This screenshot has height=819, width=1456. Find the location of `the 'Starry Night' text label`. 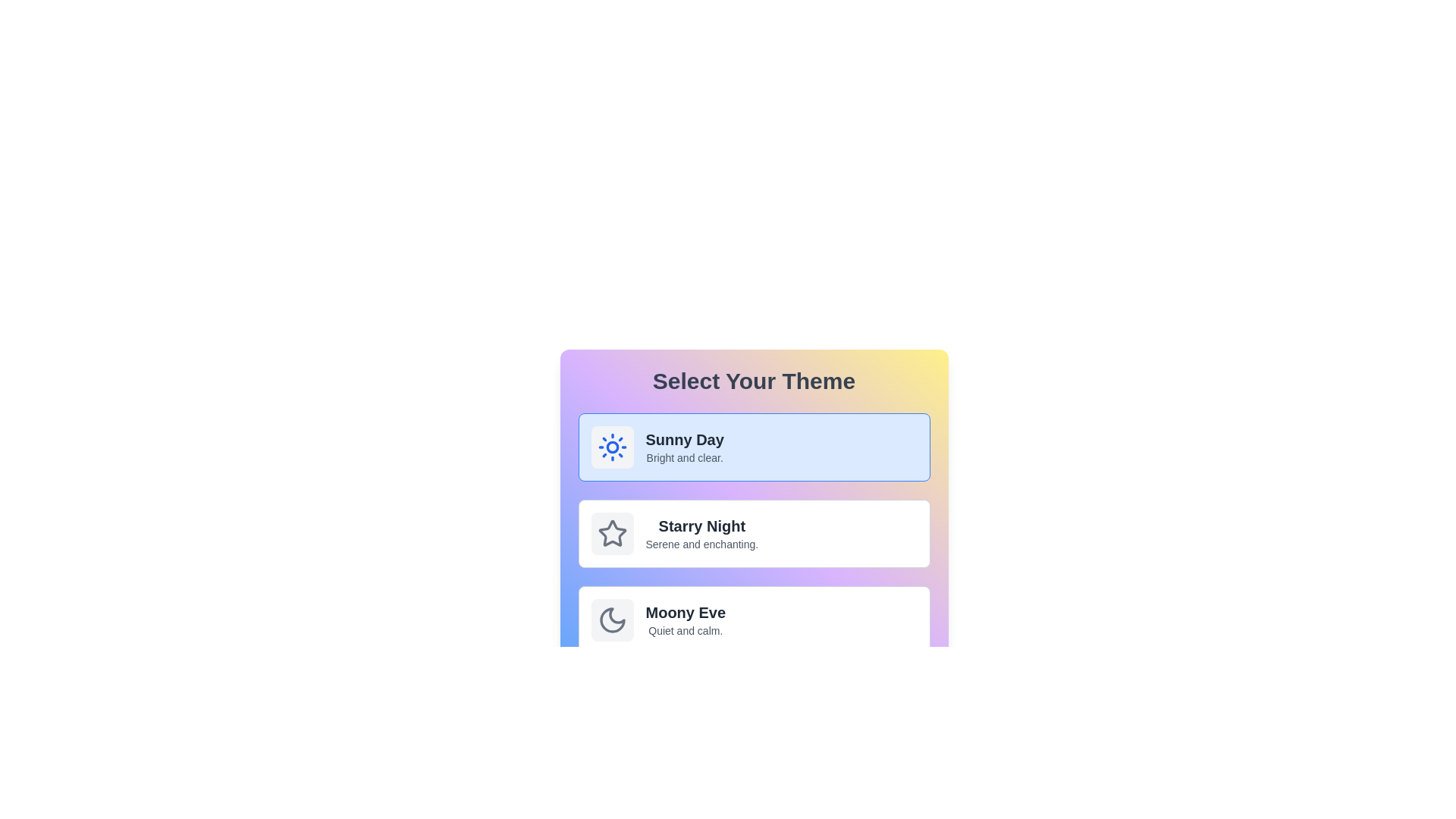

the 'Starry Night' text label is located at coordinates (701, 526).